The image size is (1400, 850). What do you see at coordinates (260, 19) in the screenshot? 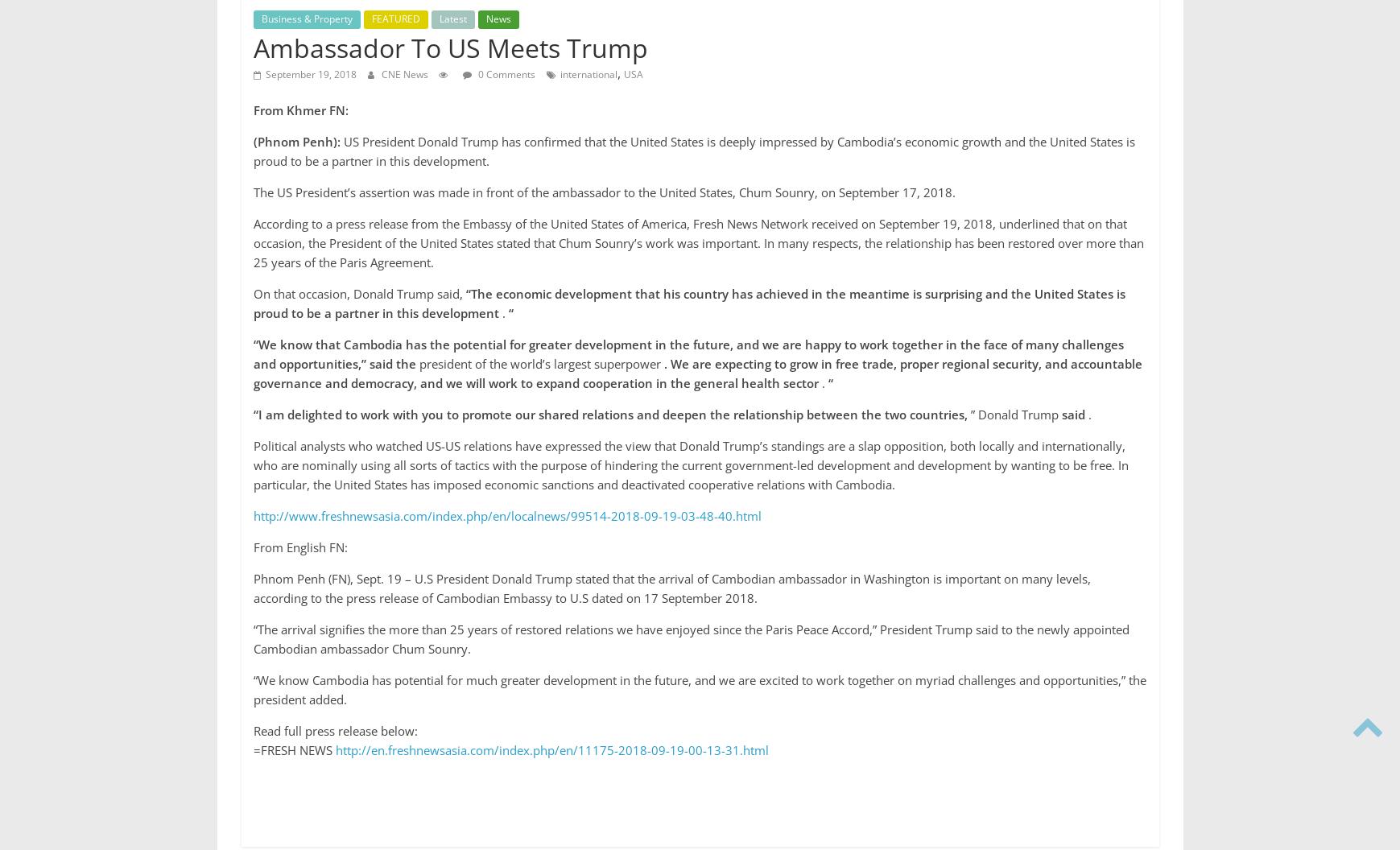
I see `'Business & Property'` at bounding box center [260, 19].